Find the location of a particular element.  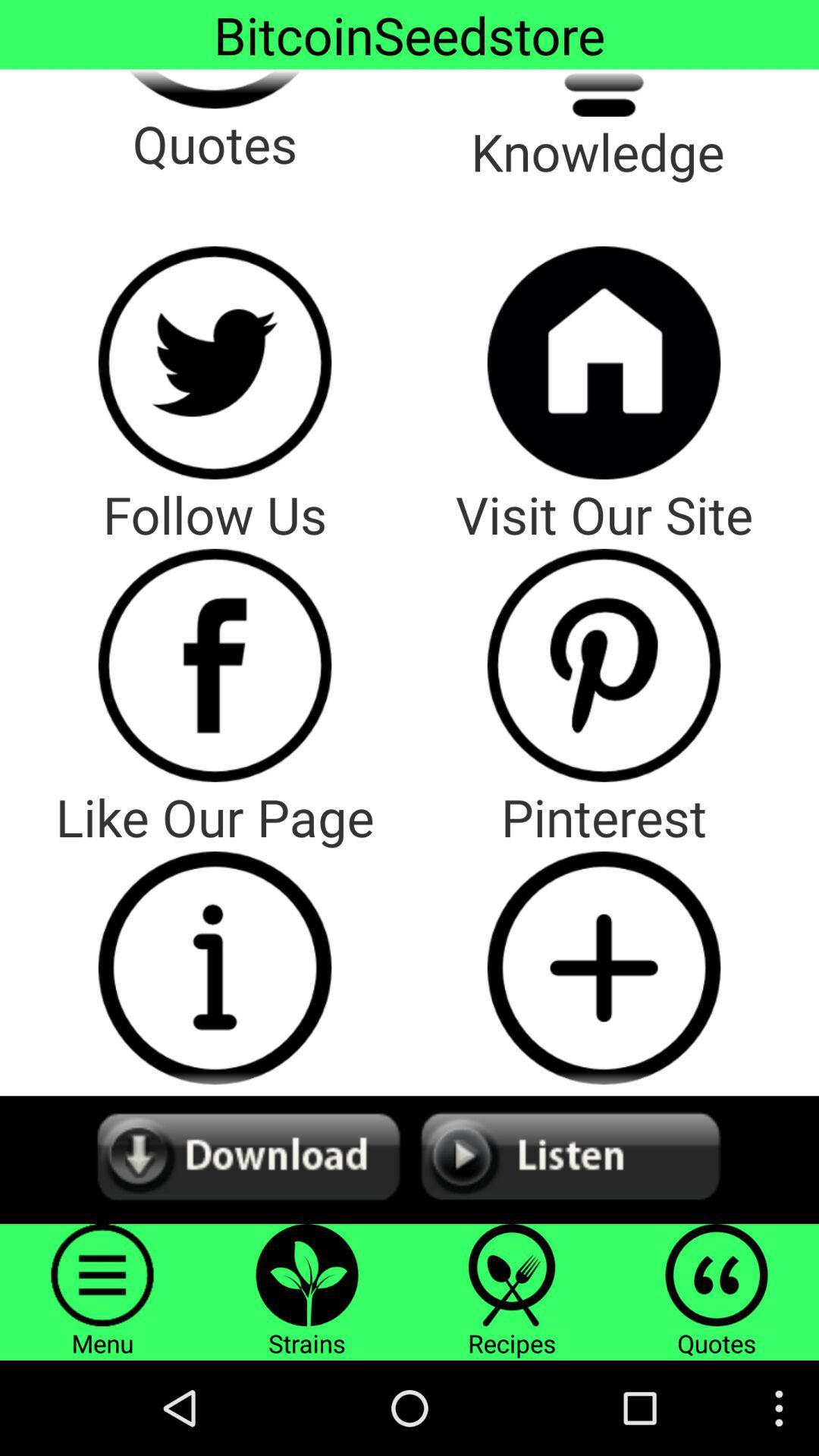

follow on twitter is located at coordinates (215, 362).